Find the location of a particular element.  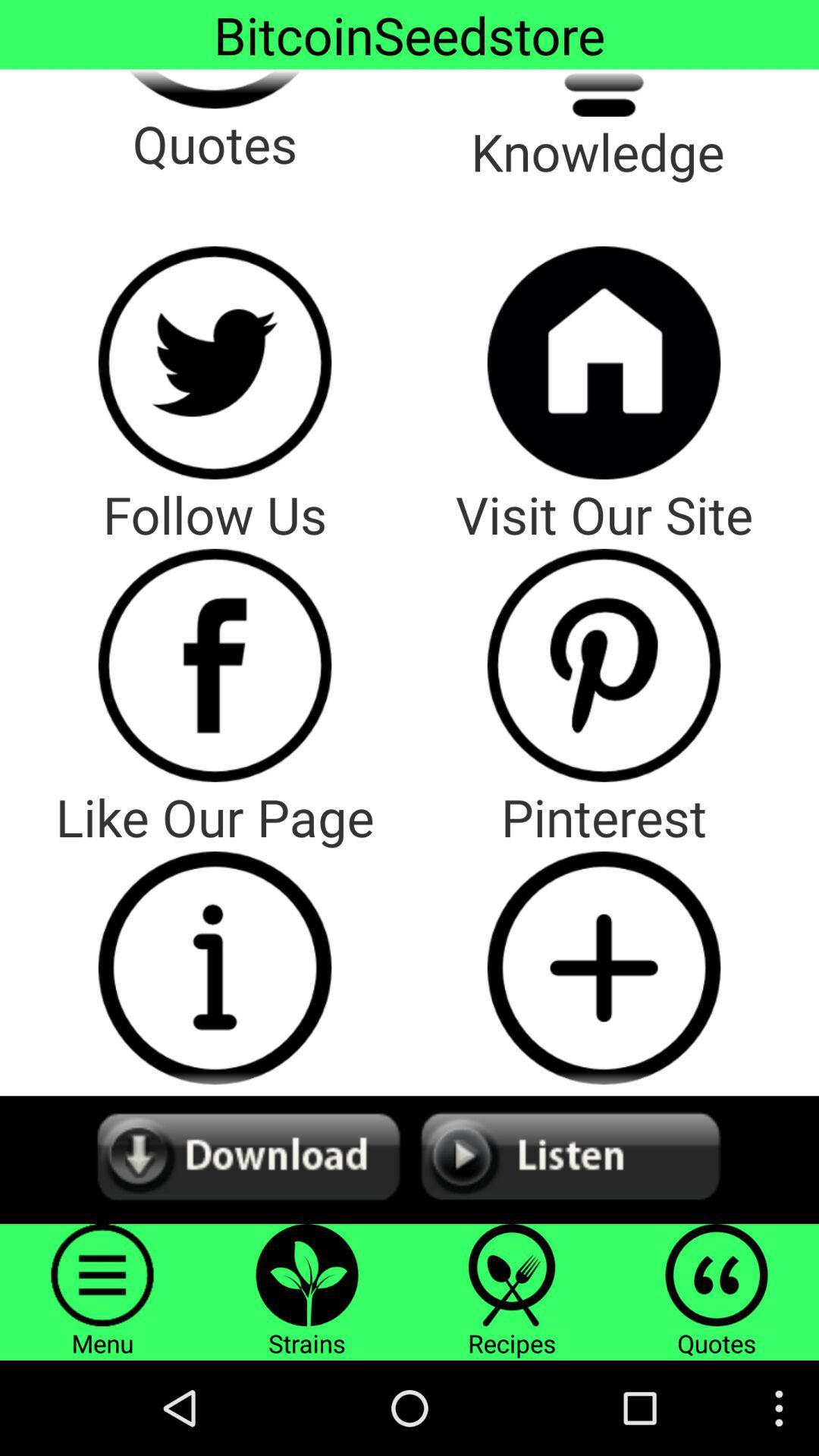

follow on twitter is located at coordinates (215, 362).